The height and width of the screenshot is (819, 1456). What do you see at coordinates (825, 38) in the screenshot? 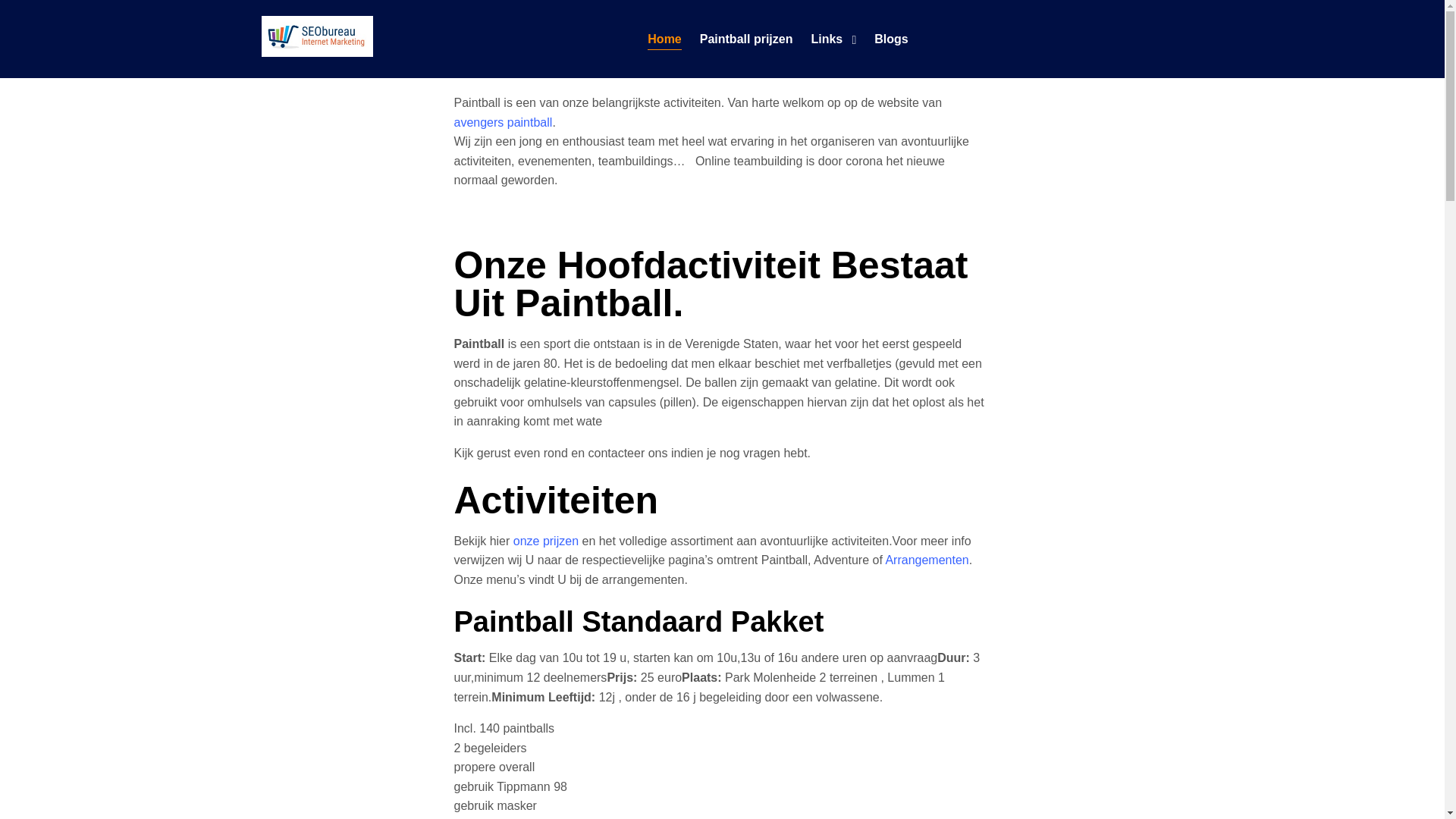
I see `'Links'` at bounding box center [825, 38].